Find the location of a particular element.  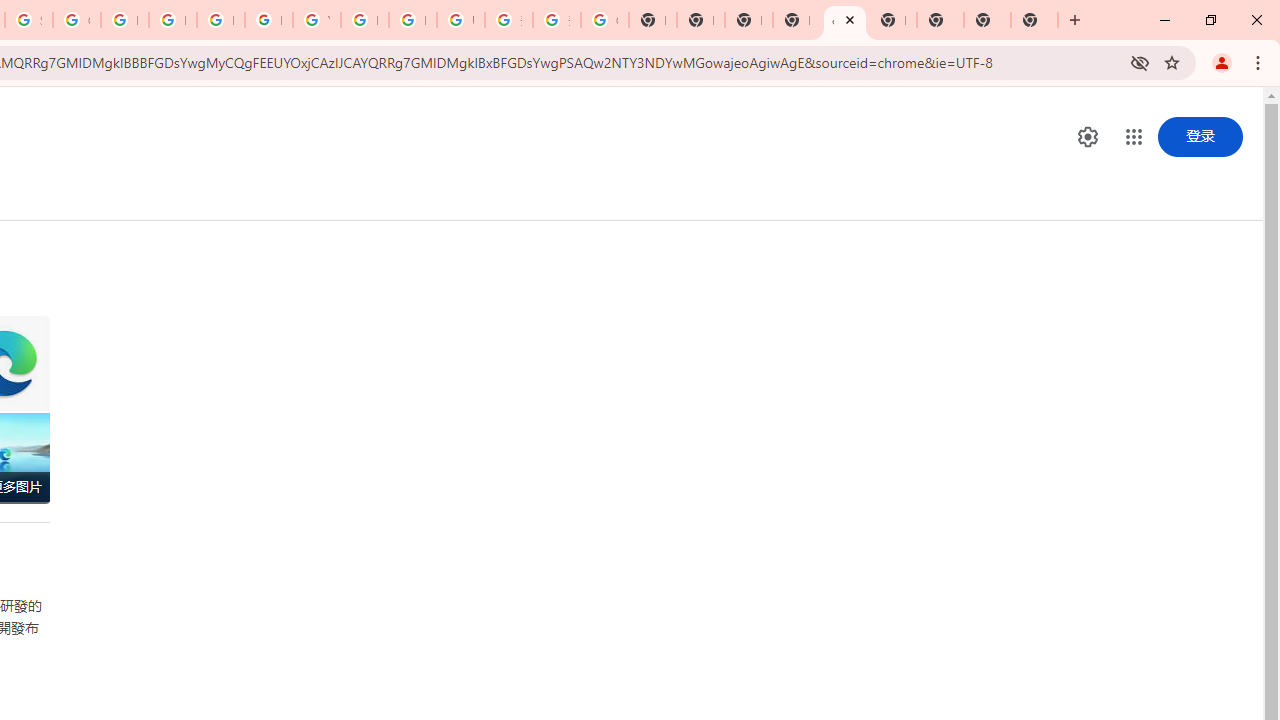

'New Tab' is located at coordinates (1034, 20).